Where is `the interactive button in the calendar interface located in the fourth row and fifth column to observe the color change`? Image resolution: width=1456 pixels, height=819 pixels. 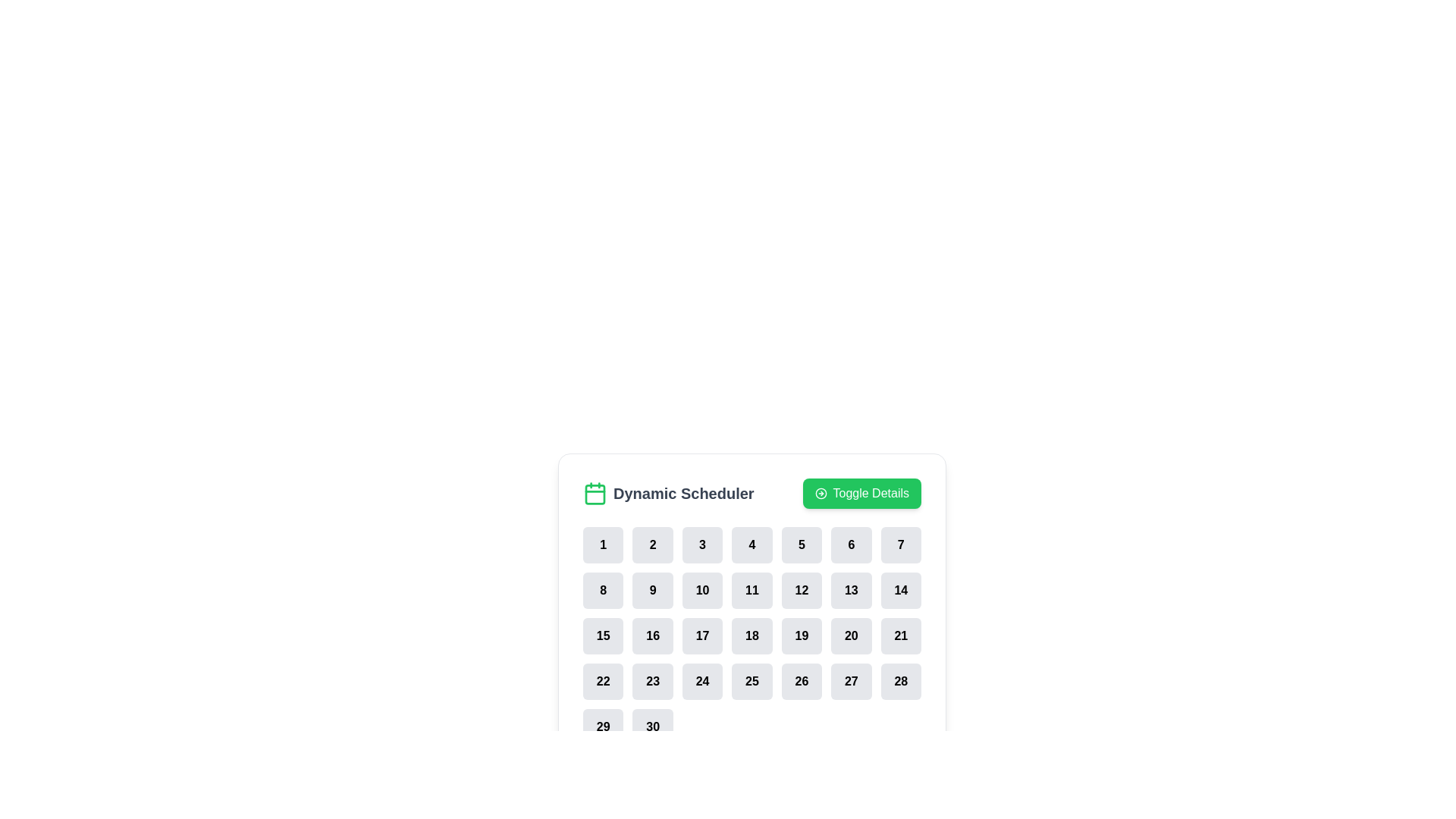
the interactive button in the calendar interface located in the fourth row and fifth column to observe the color change is located at coordinates (801, 680).